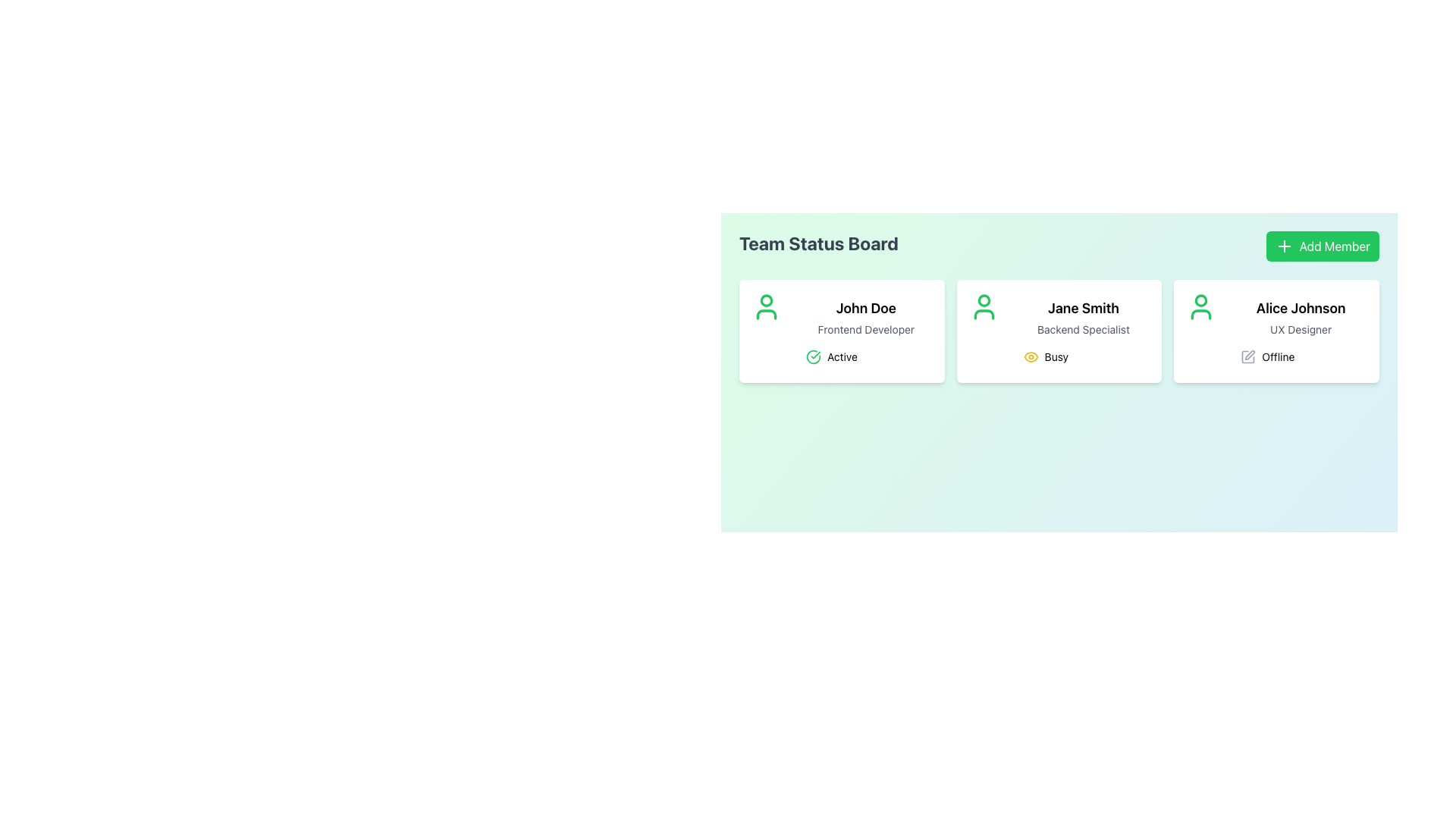 Image resolution: width=1456 pixels, height=819 pixels. What do you see at coordinates (1083, 330) in the screenshot?
I see `the Text Display Group that displays user information for 'Jane Smith', which is located on the second card from the left in a grid of profile cards` at bounding box center [1083, 330].